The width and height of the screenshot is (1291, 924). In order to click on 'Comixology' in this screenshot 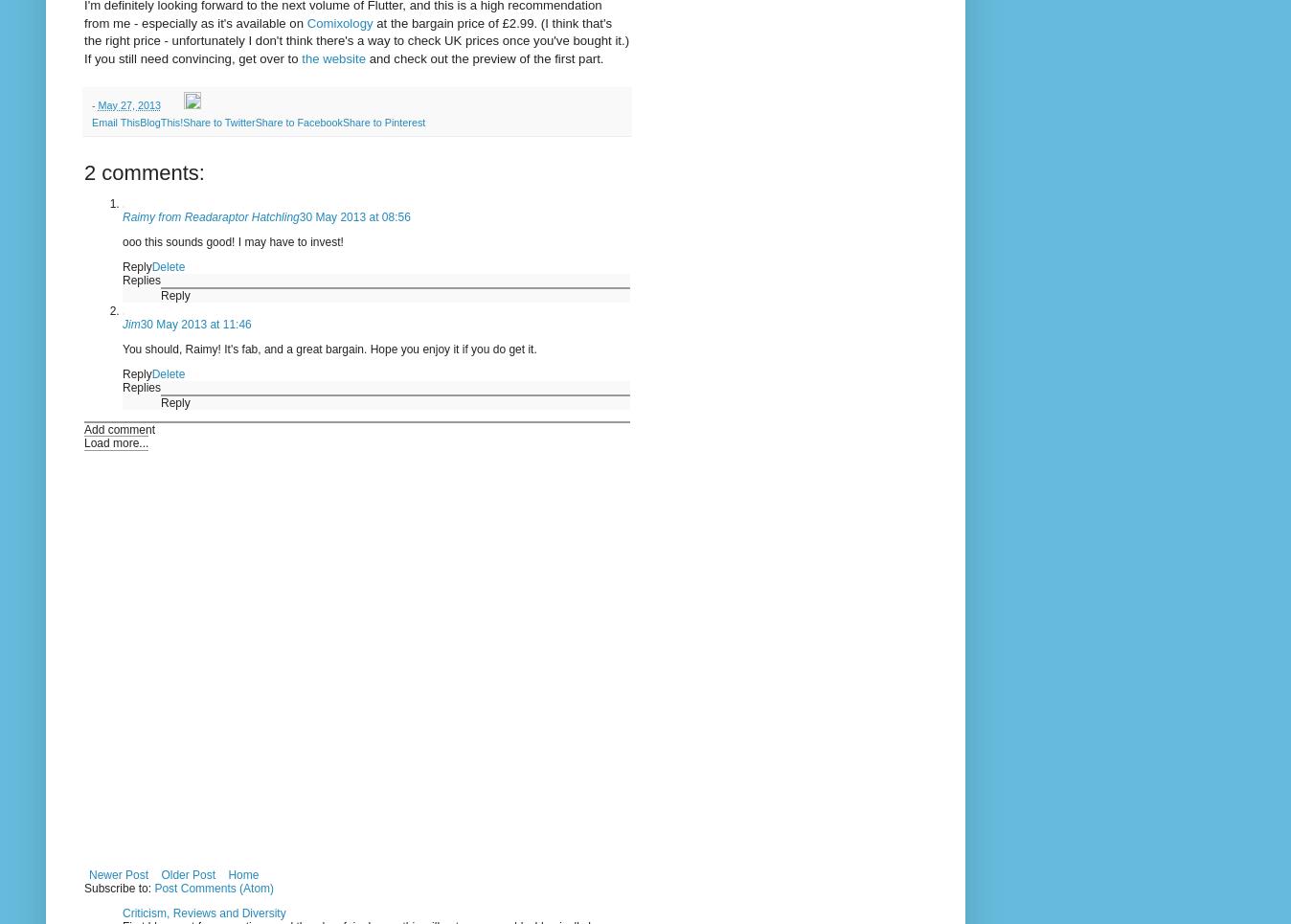, I will do `click(306, 21)`.